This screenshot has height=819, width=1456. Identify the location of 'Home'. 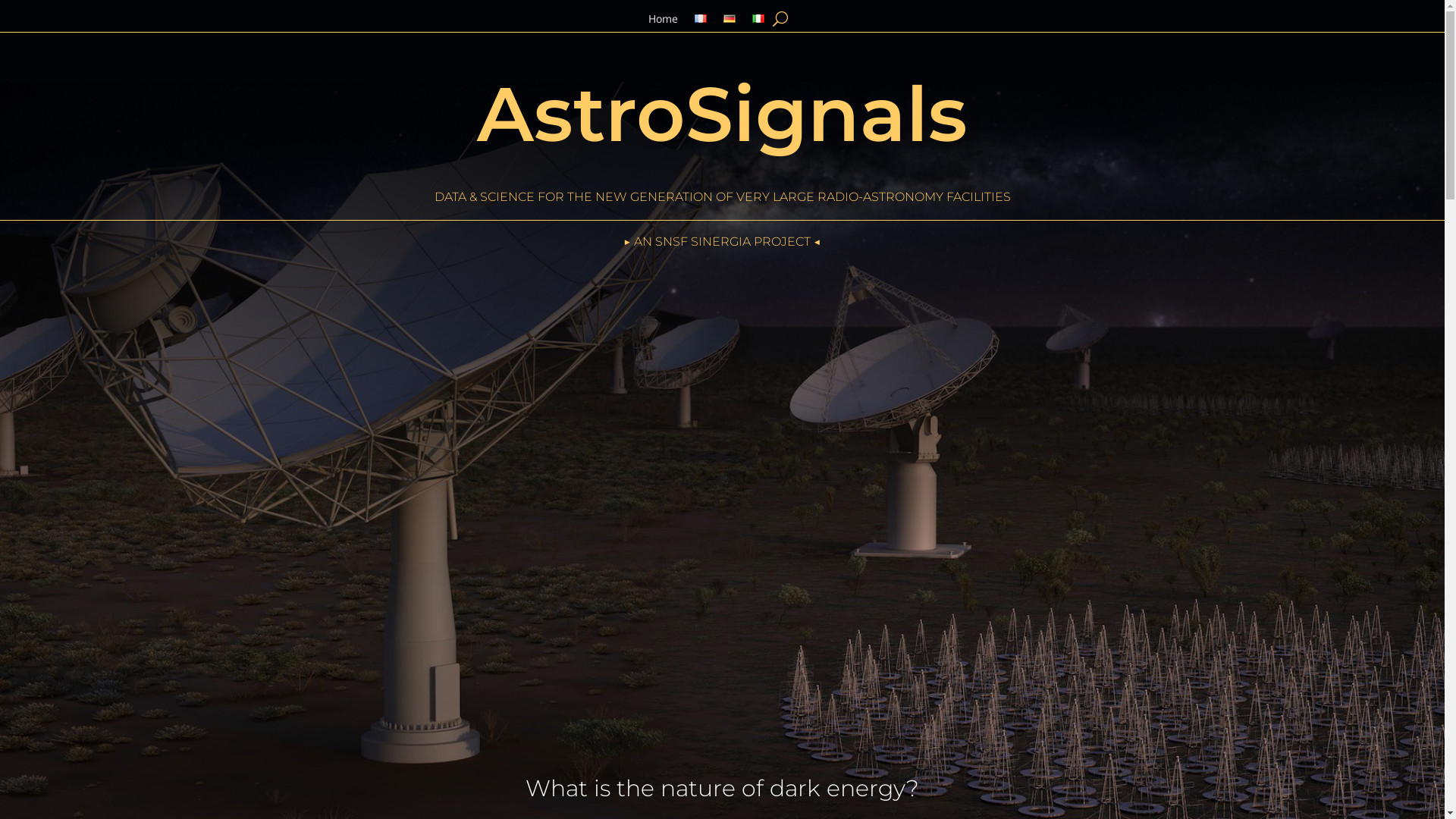
(663, 22).